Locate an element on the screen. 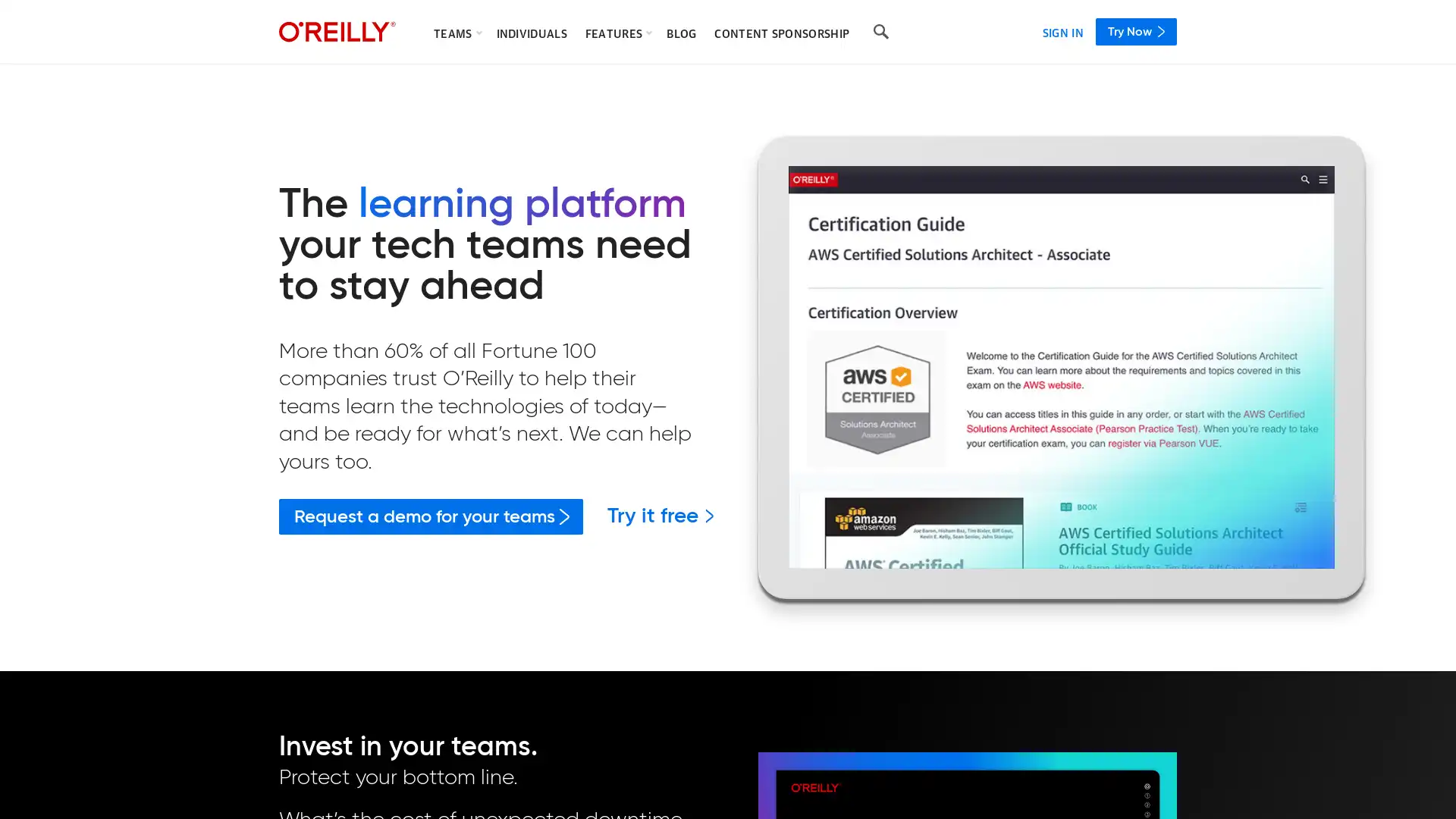 The width and height of the screenshot is (1456, 819). Search is located at coordinates (880, 32).